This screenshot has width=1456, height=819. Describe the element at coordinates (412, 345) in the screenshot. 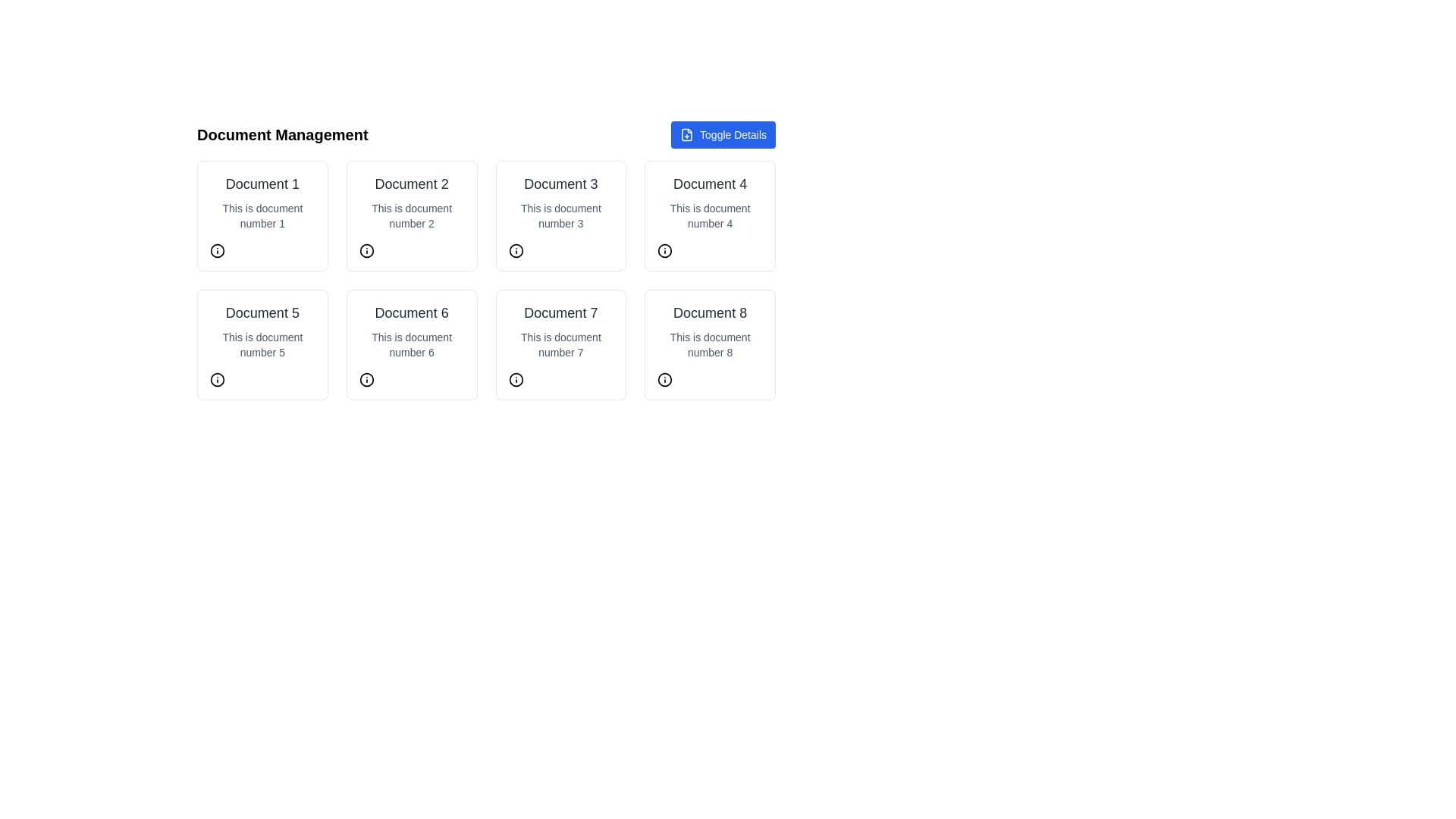

I see `the descriptive text element located below the title 'Document 6' in the 6th panel of the grid layout` at that location.